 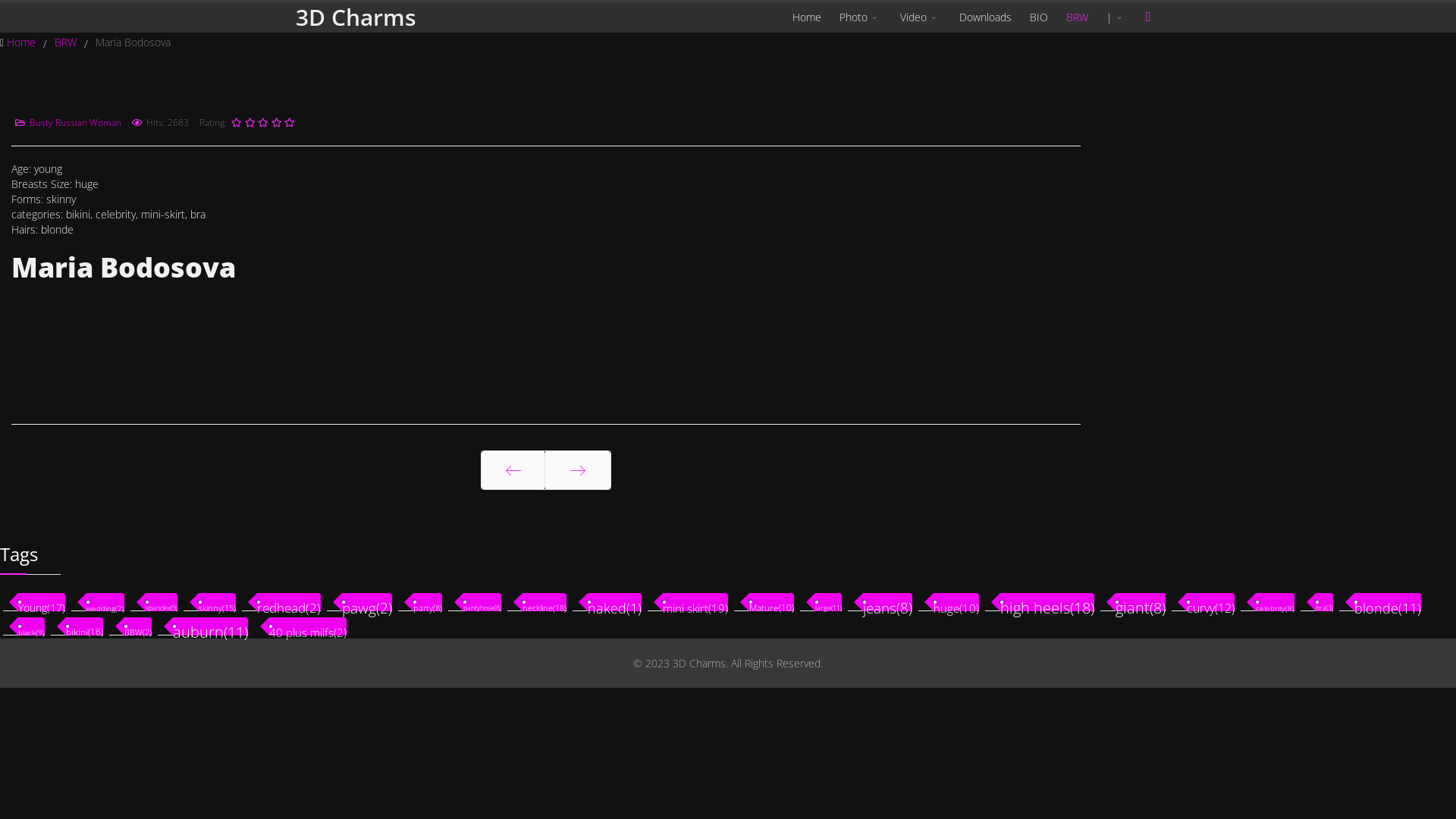 I want to click on 'BIO', so click(x=1037, y=17).